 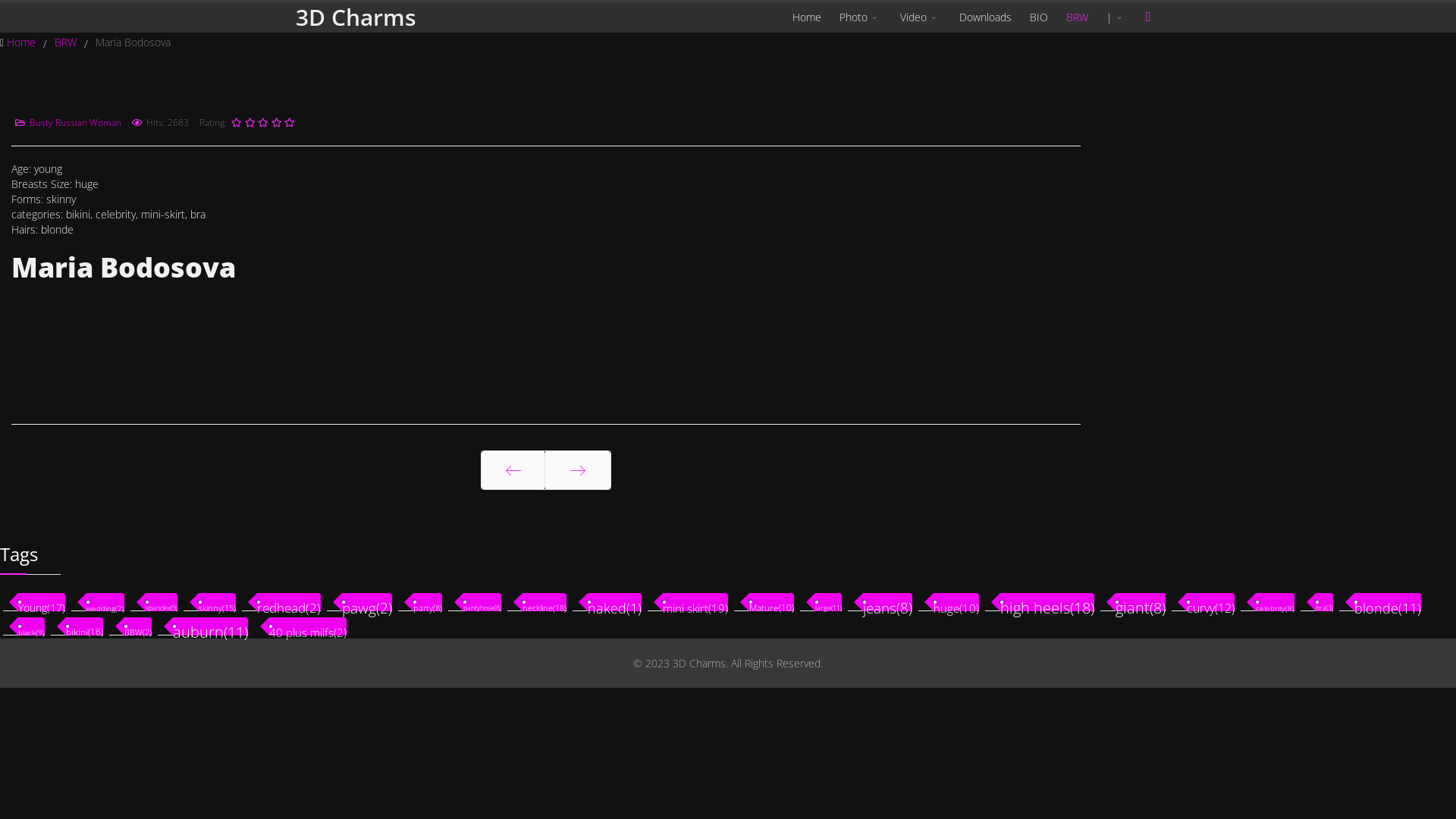 I want to click on 'BIO', so click(x=1037, y=17).